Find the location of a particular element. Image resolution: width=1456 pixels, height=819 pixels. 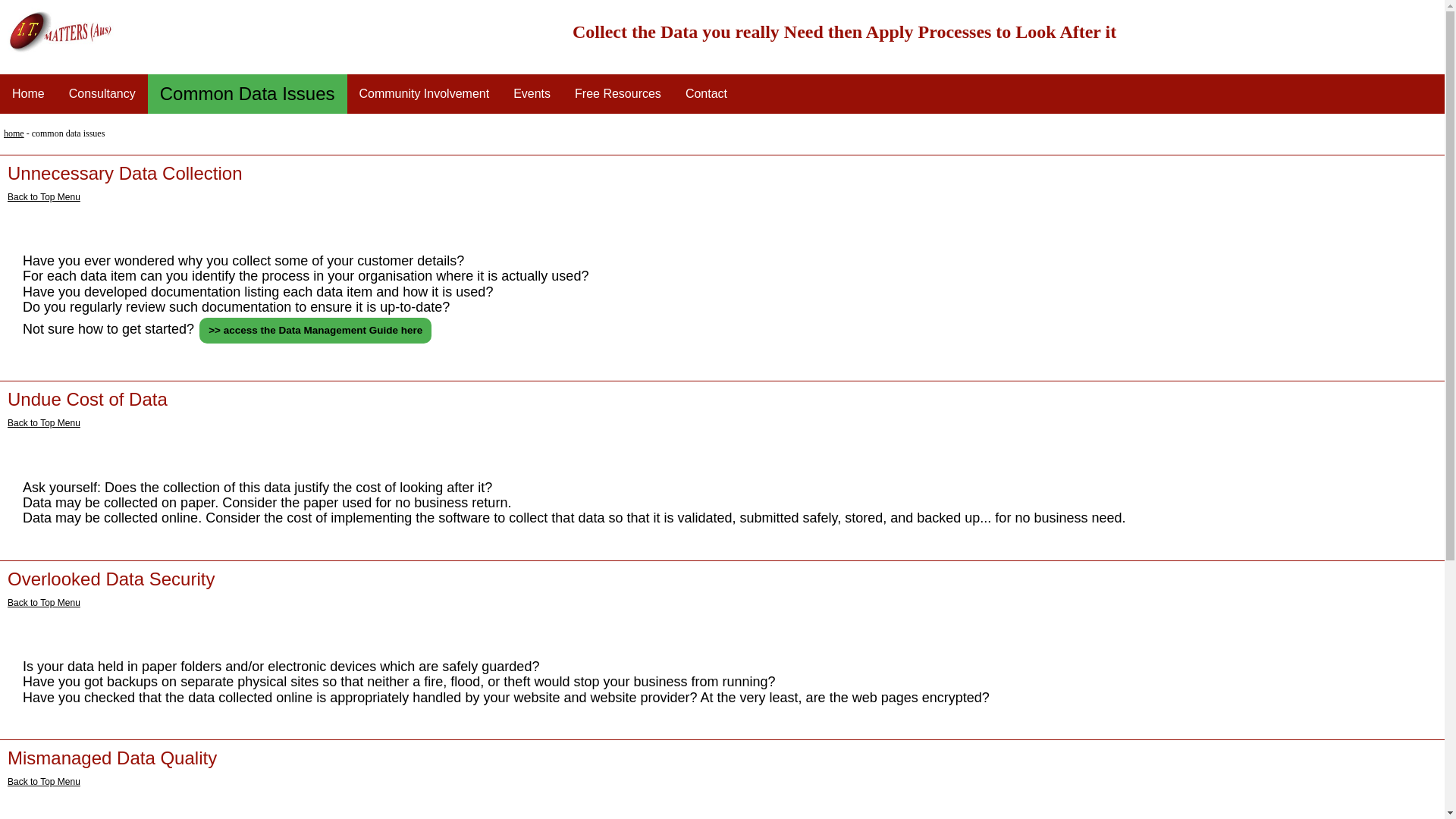

'Community Involvement' is located at coordinates (425, 93).